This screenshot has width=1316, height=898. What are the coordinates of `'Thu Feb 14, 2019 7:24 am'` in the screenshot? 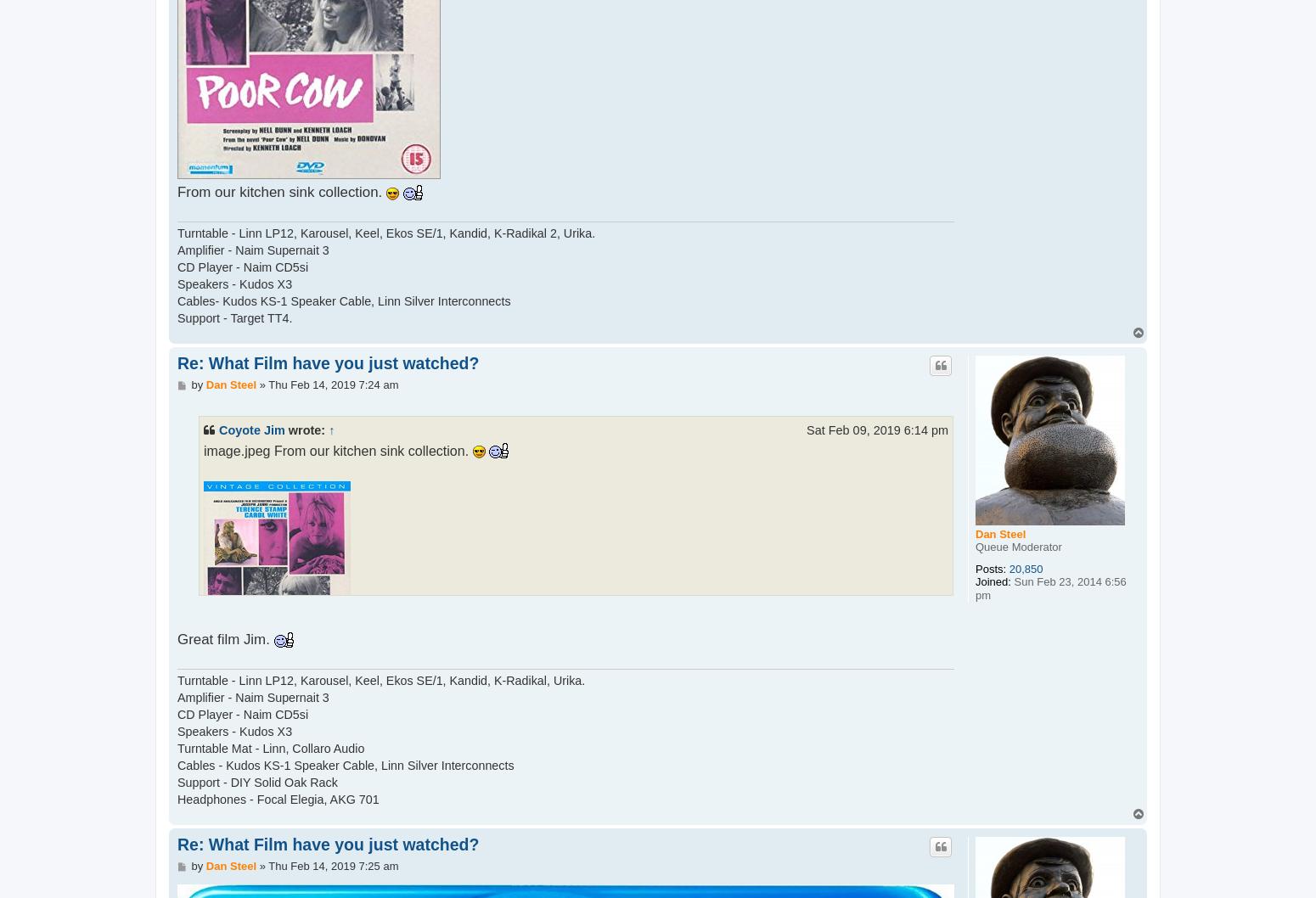 It's located at (333, 383).